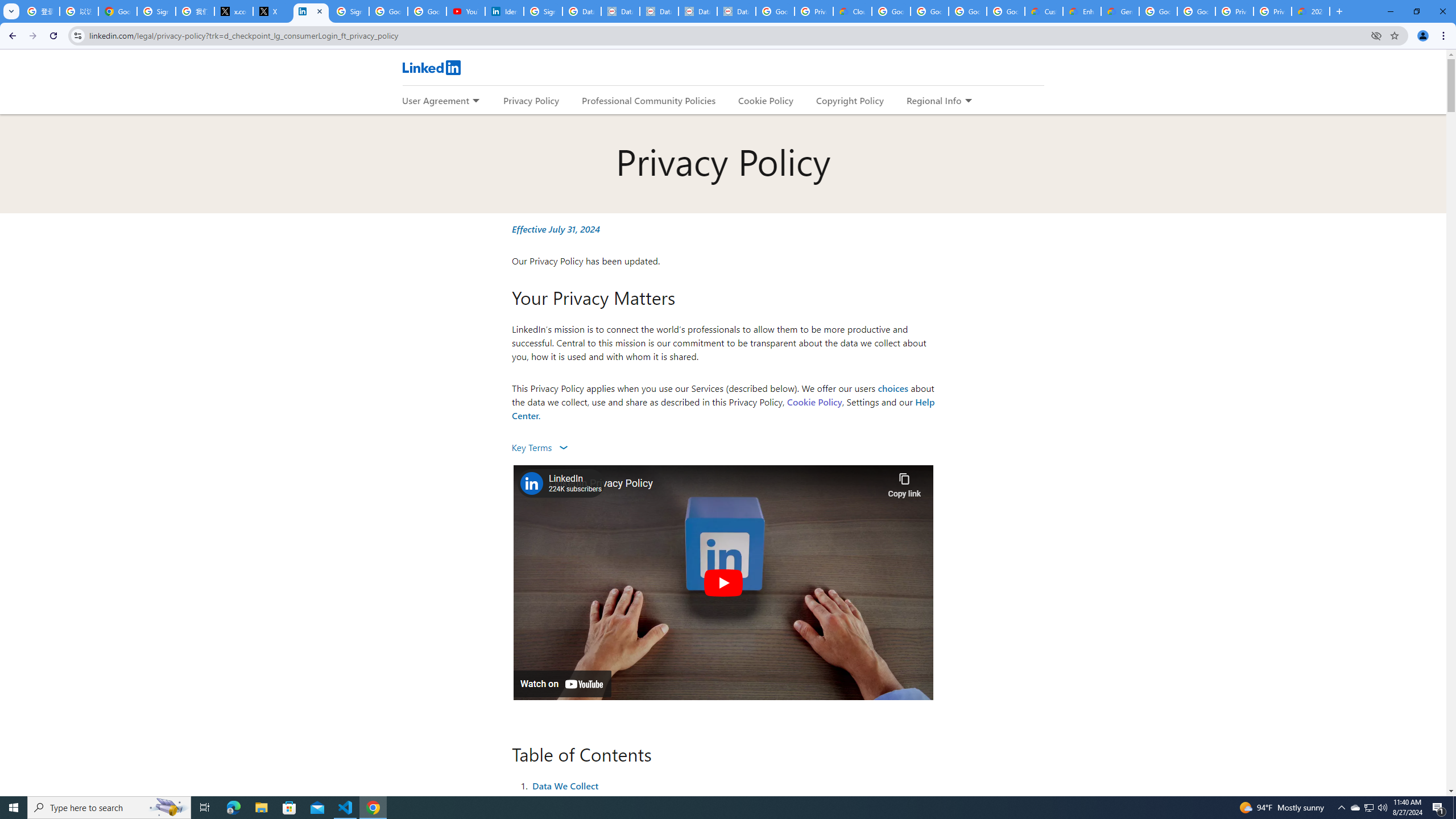  Describe the element at coordinates (1004, 11) in the screenshot. I see `'Google Workspace - Specific Terms'` at that location.